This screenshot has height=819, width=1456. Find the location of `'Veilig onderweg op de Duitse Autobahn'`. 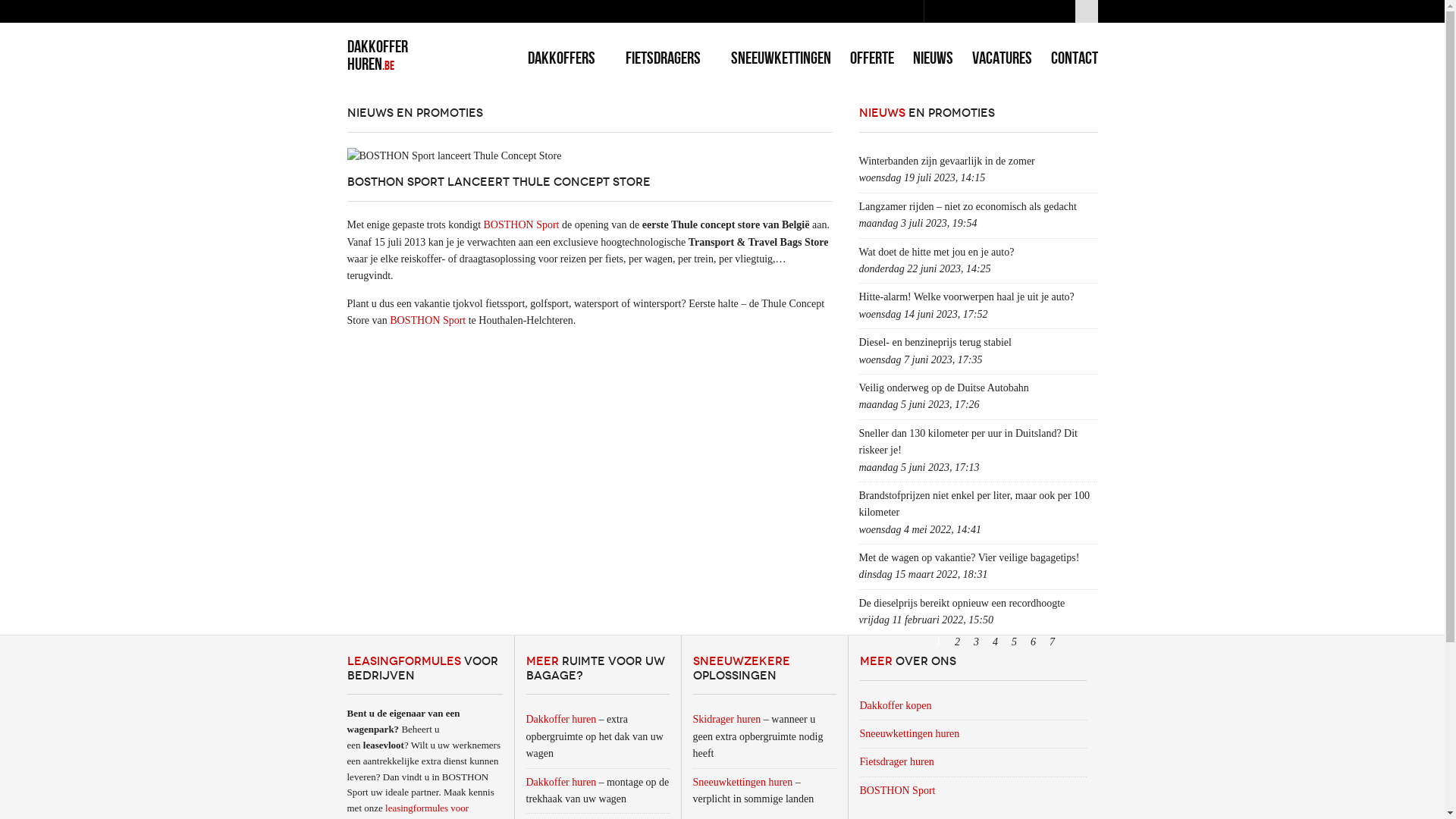

'Veilig onderweg op de Duitse Autobahn' is located at coordinates (942, 387).